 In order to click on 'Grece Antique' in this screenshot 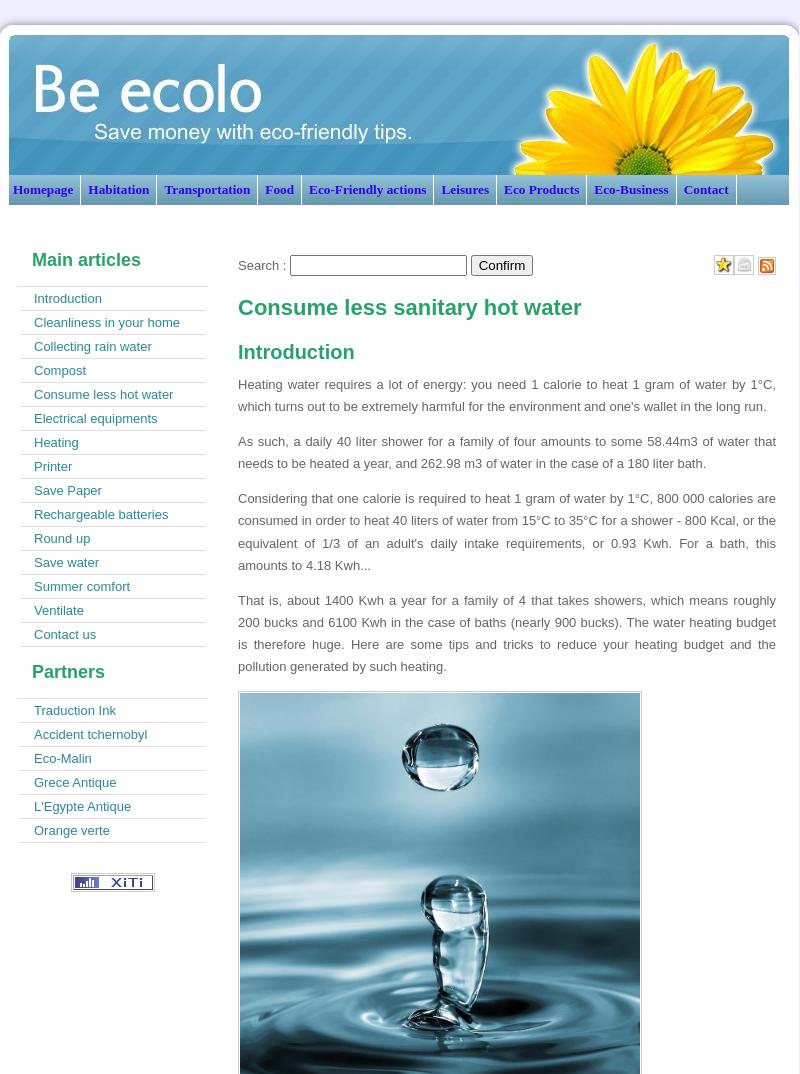, I will do `click(75, 781)`.